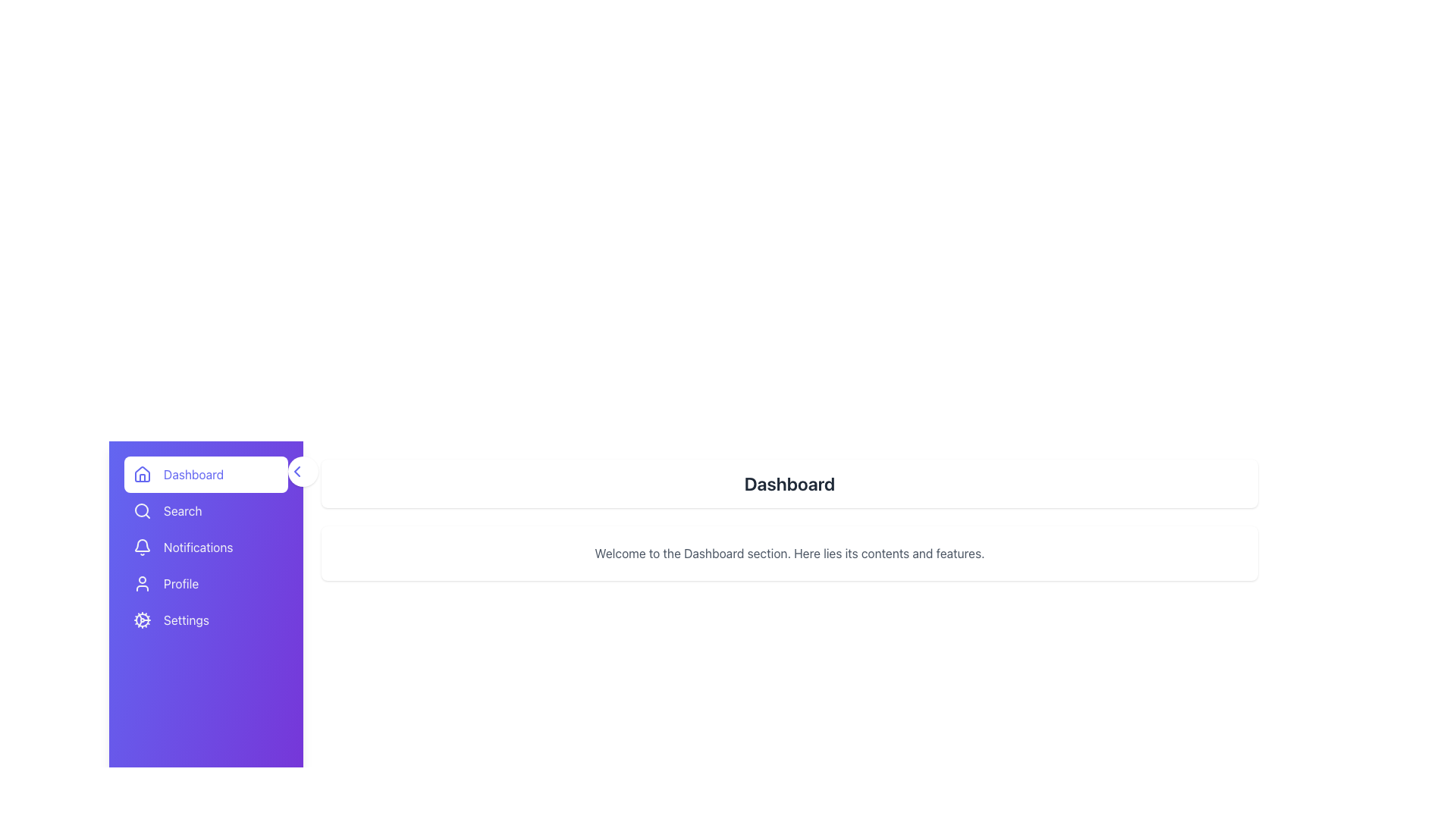  What do you see at coordinates (142, 511) in the screenshot?
I see `the 'Search' icon located in the vertical navigation menu to initiate the search function` at bounding box center [142, 511].